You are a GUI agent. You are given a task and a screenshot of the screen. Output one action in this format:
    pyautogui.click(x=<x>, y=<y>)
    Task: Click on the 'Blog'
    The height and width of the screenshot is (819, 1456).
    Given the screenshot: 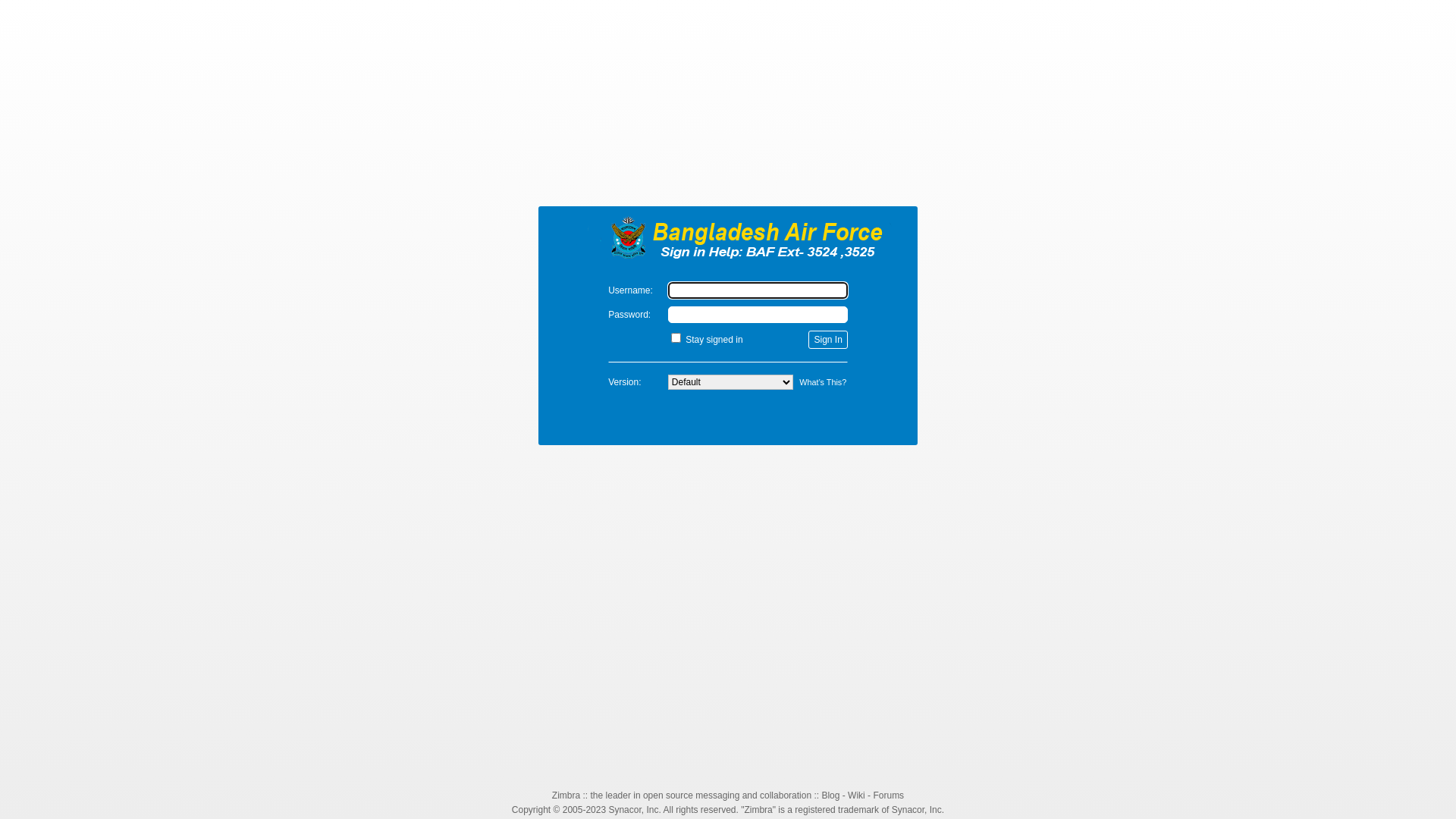 What is the action you would take?
    pyautogui.click(x=829, y=795)
    